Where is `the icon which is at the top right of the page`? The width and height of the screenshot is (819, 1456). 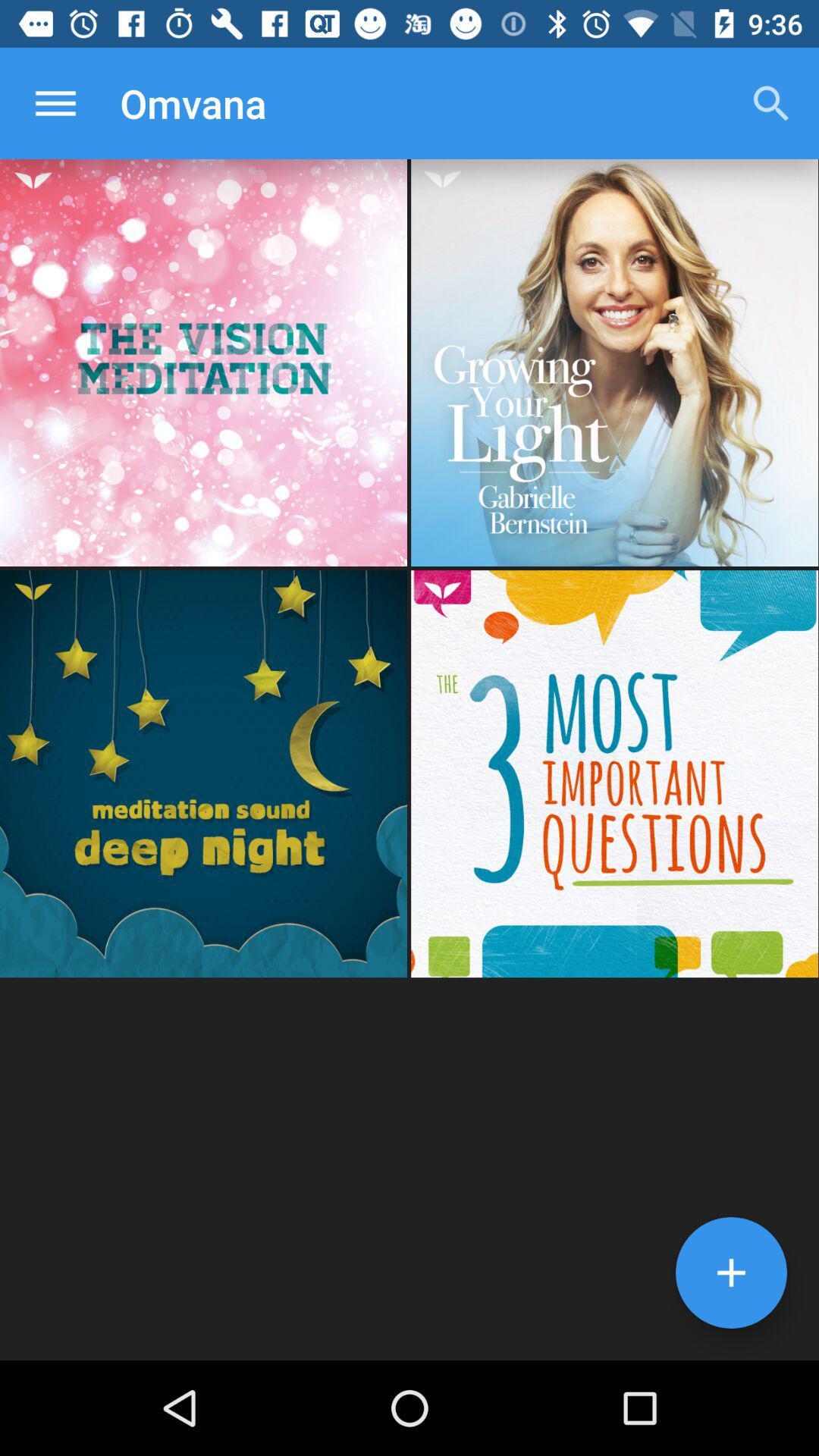 the icon which is at the top right of the page is located at coordinates (771, 103).